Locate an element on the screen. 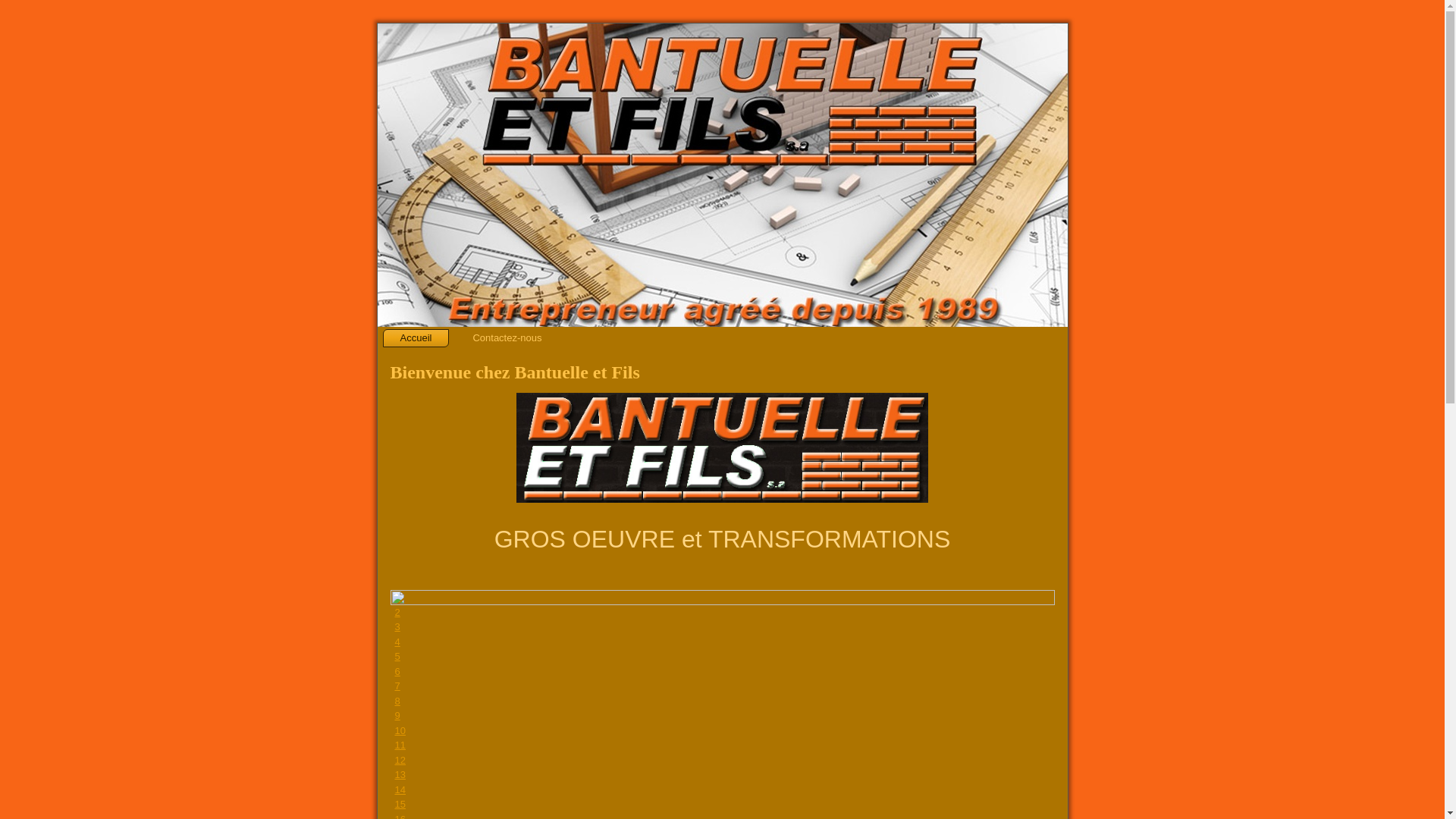  '10' is located at coordinates (400, 730).